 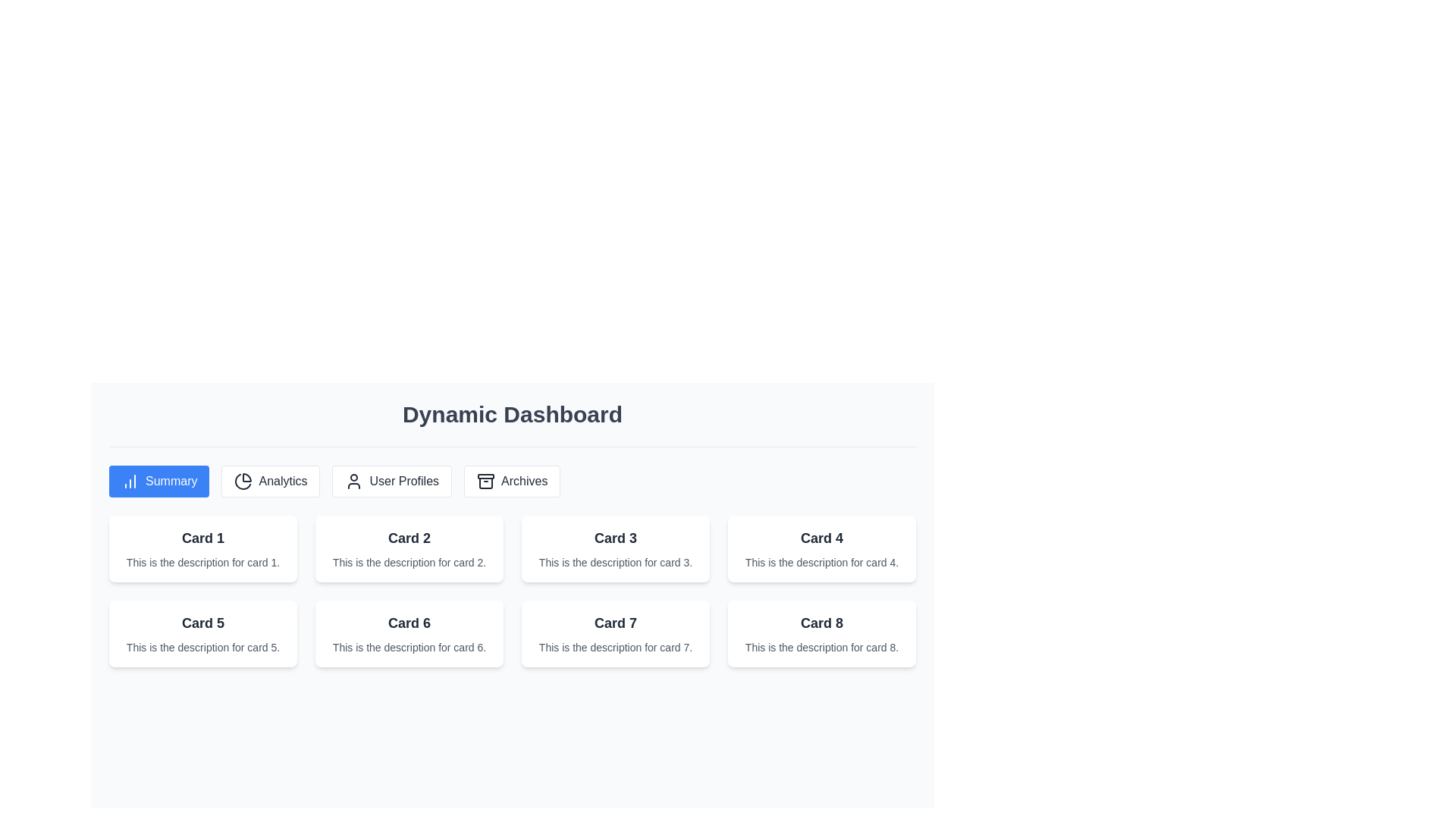 I want to click on the text label displaying 'Card 4', which is styled in bold dark gray and located at the top of the fourth card in a grid layout, so click(x=821, y=537).